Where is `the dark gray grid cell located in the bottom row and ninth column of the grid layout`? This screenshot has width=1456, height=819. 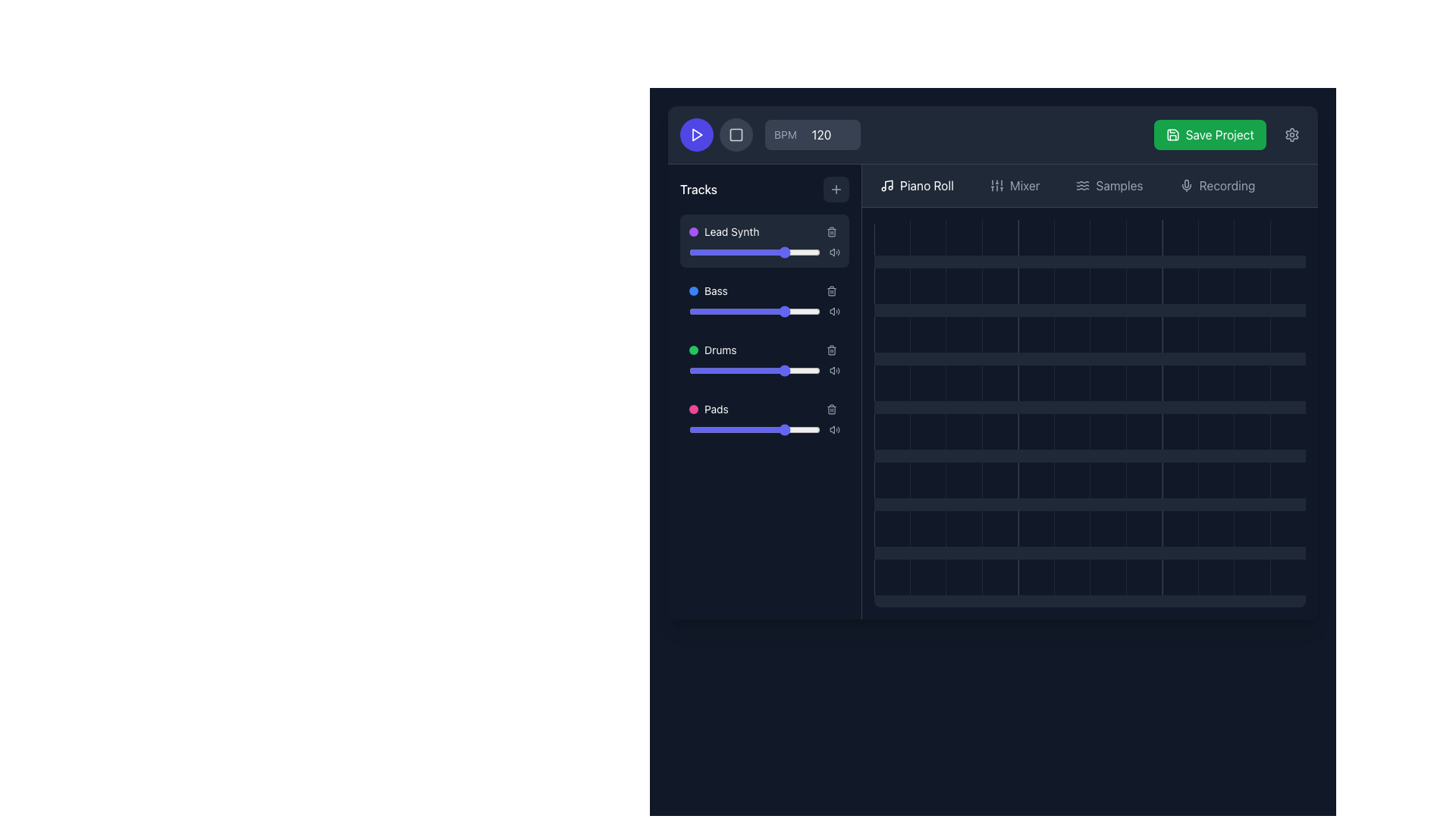
the dark gray grid cell located in the bottom row and ninth column of the grid layout is located at coordinates (1179, 577).